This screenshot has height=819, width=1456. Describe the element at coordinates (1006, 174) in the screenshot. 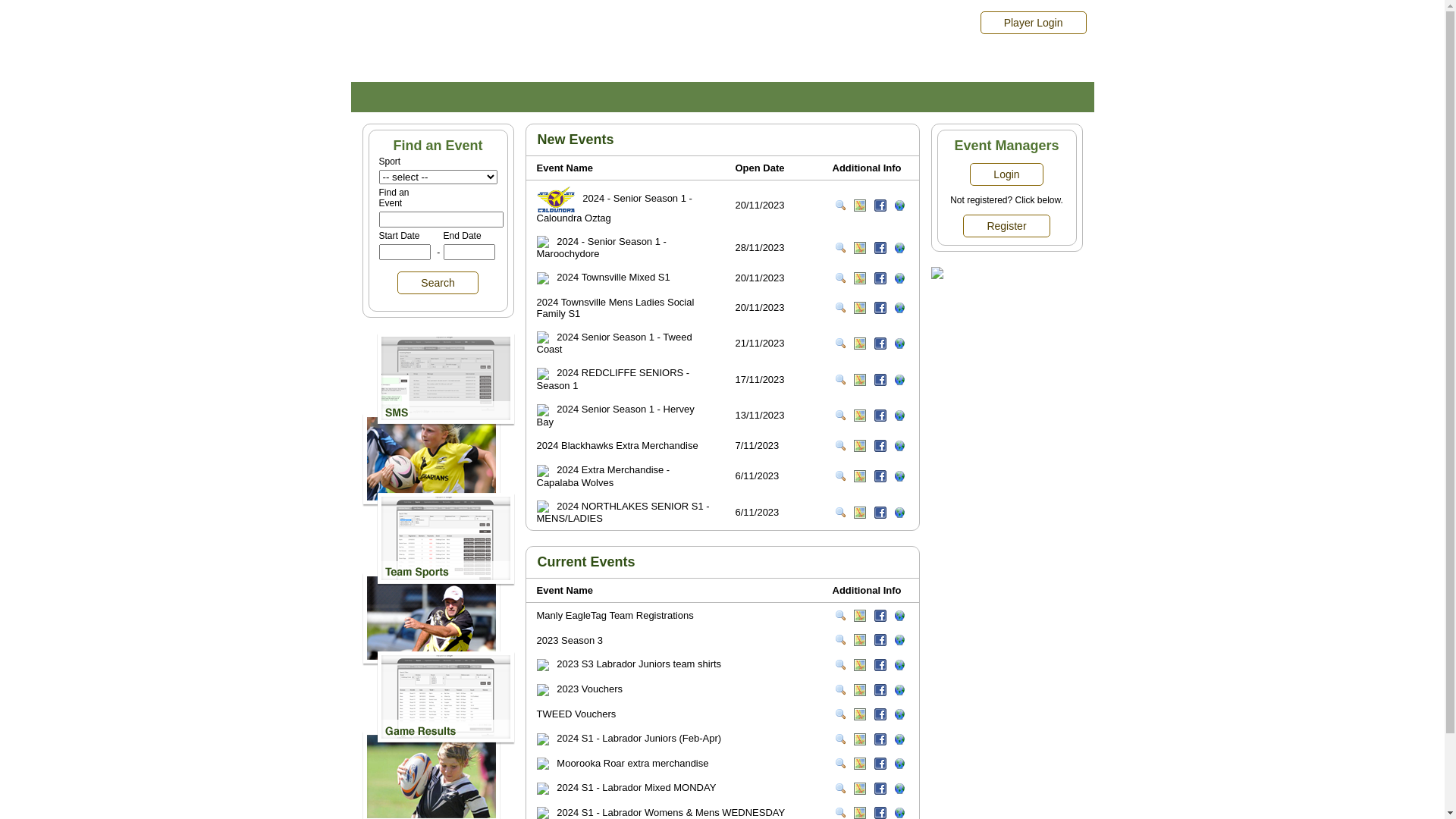

I see `'Login'` at that location.